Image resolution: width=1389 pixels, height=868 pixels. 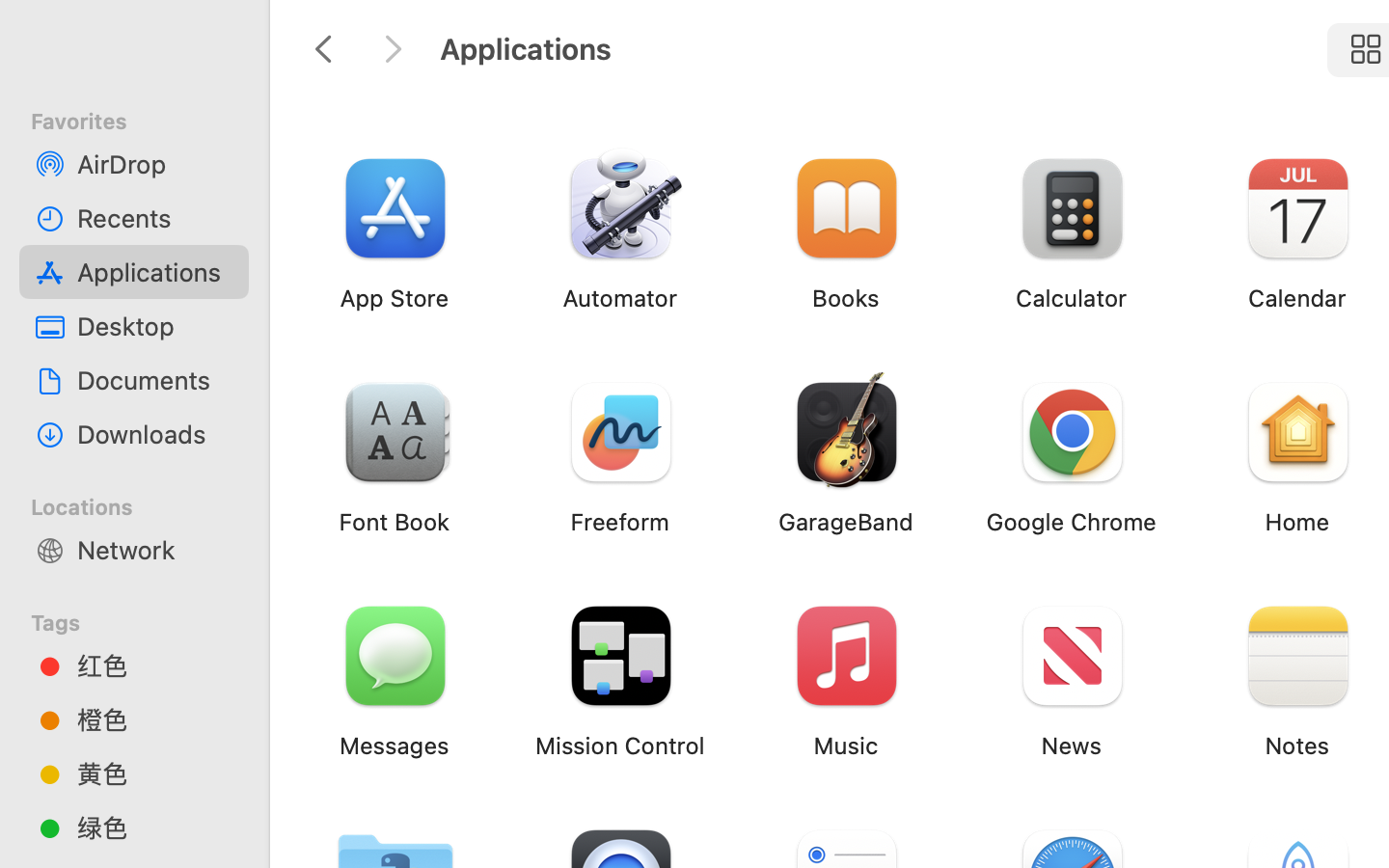 I want to click on 'Network', so click(x=153, y=549).